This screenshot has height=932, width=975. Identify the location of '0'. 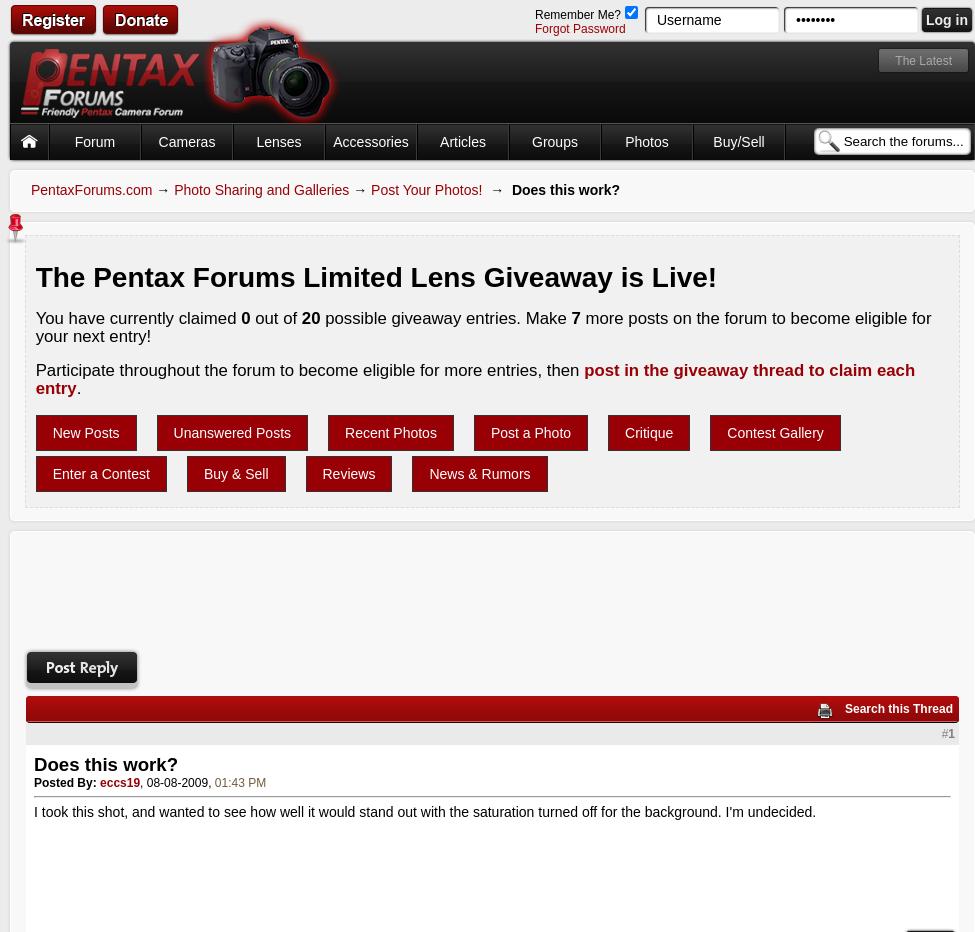
(245, 317).